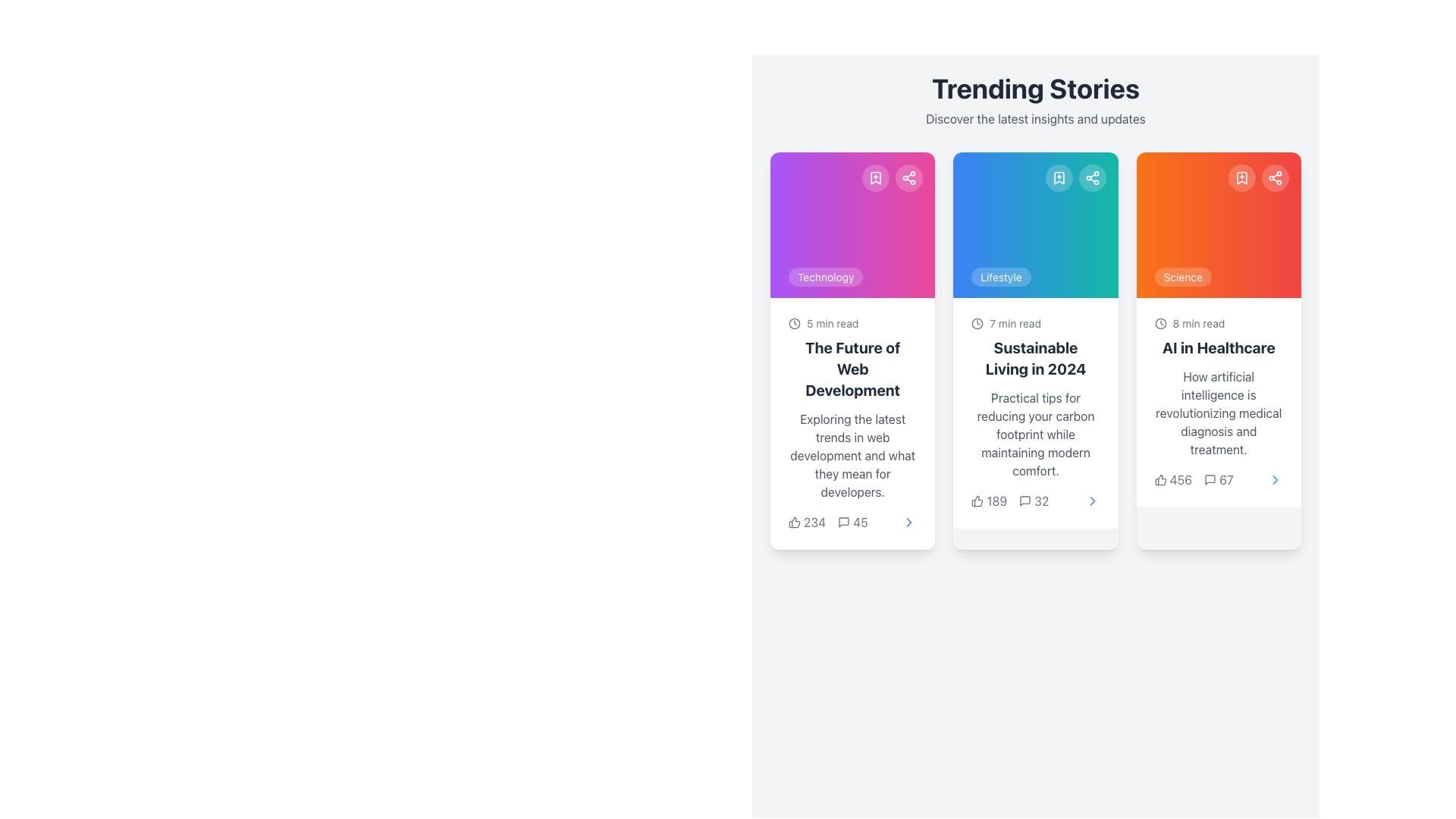 Image resolution: width=1456 pixels, height=819 pixels. What do you see at coordinates (1180, 479) in the screenshot?
I see `the text label displaying '456', which is styled in a slightly bold font and gray color, located to the right of a thumbs-up icon in the bottom section of the 'Science' card in the 'Trending Stories' section` at bounding box center [1180, 479].